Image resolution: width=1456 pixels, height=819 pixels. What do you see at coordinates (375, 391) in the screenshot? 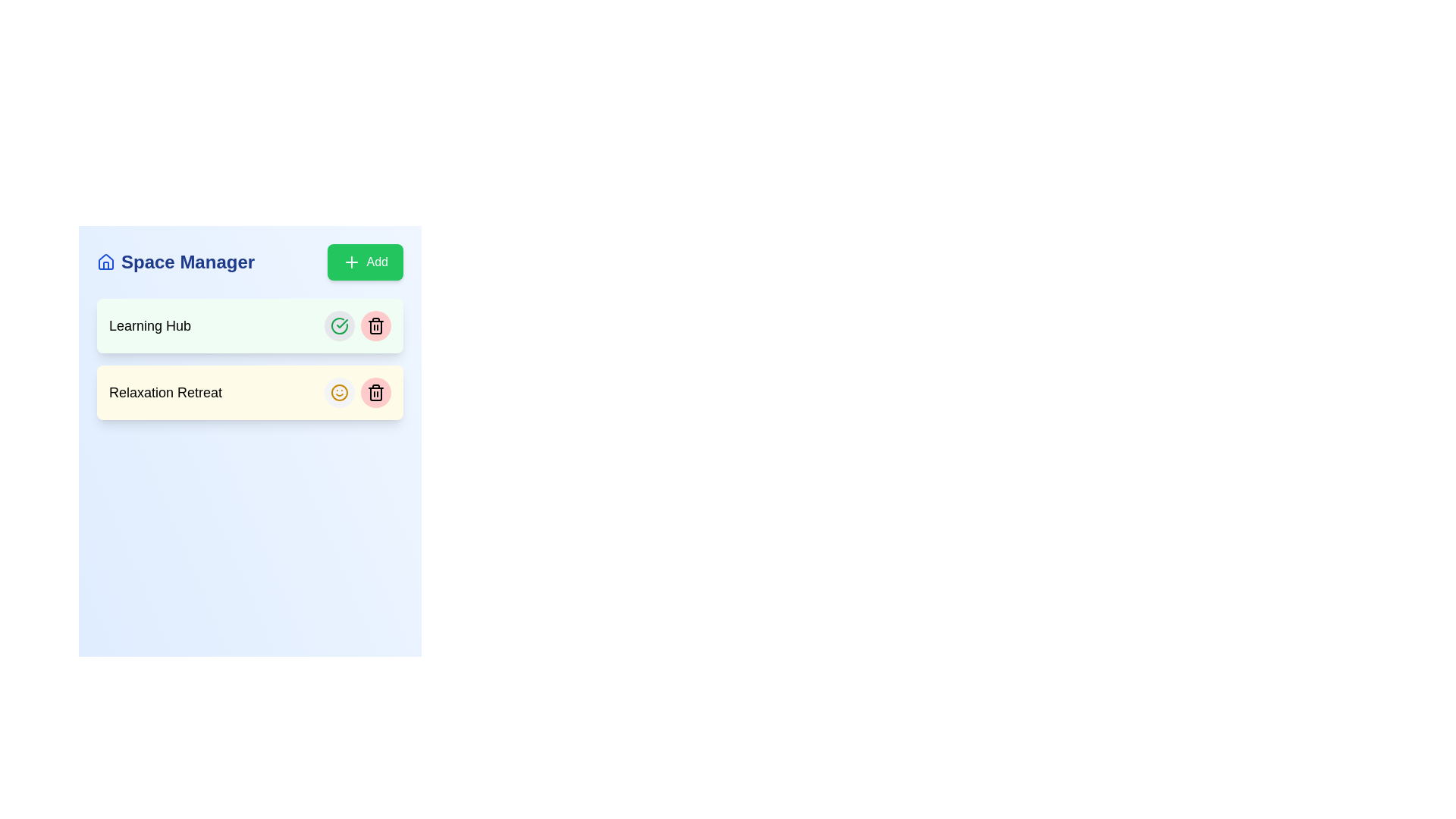
I see `the delete button for the 'Relaxation Retreat' entry, located in the second row of the list, to the far right next to the smiley face icon to observe its hover effects` at bounding box center [375, 391].